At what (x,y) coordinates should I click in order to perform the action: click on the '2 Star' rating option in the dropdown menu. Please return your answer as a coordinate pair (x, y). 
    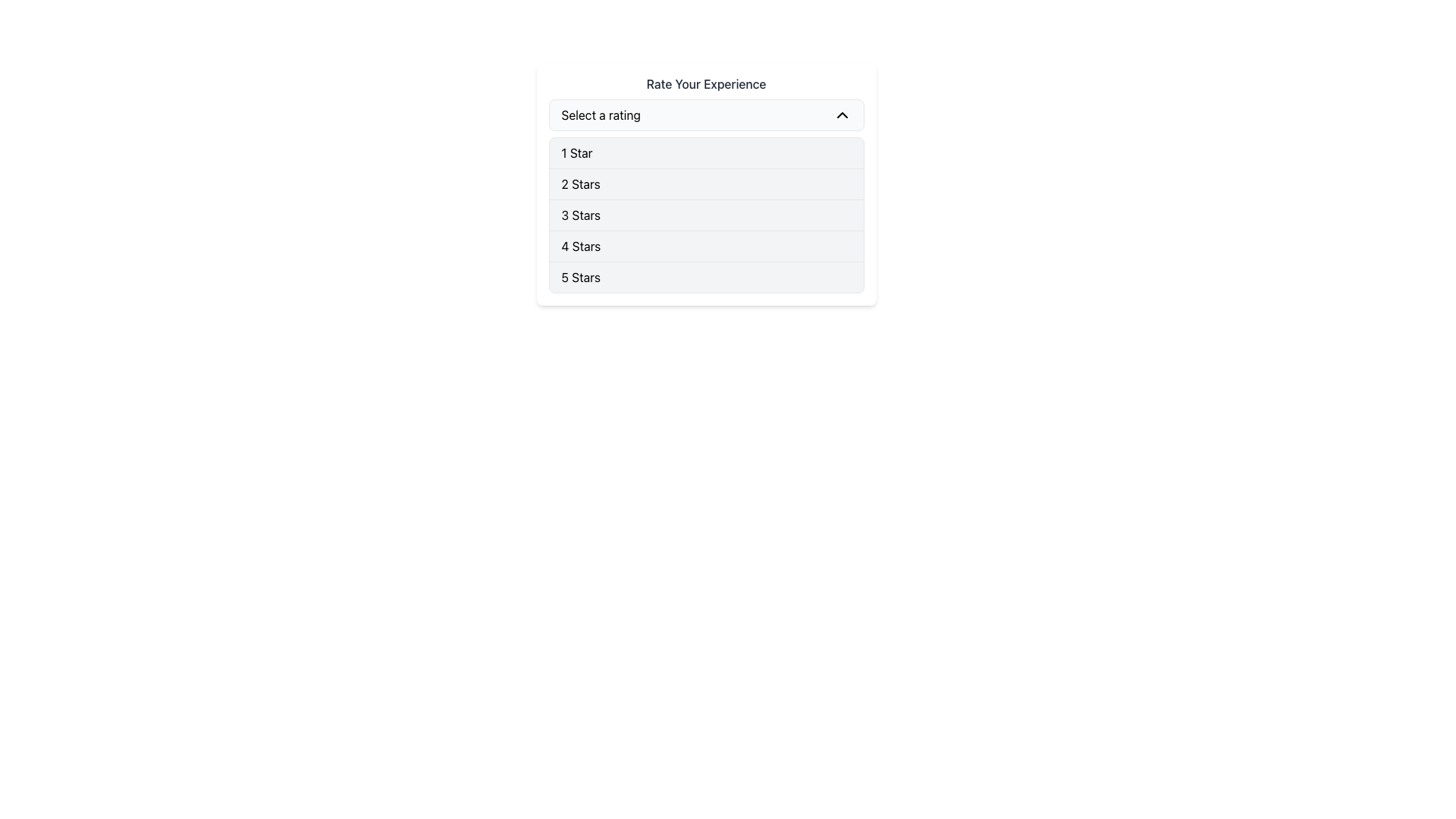
    Looking at the image, I should click on (705, 184).